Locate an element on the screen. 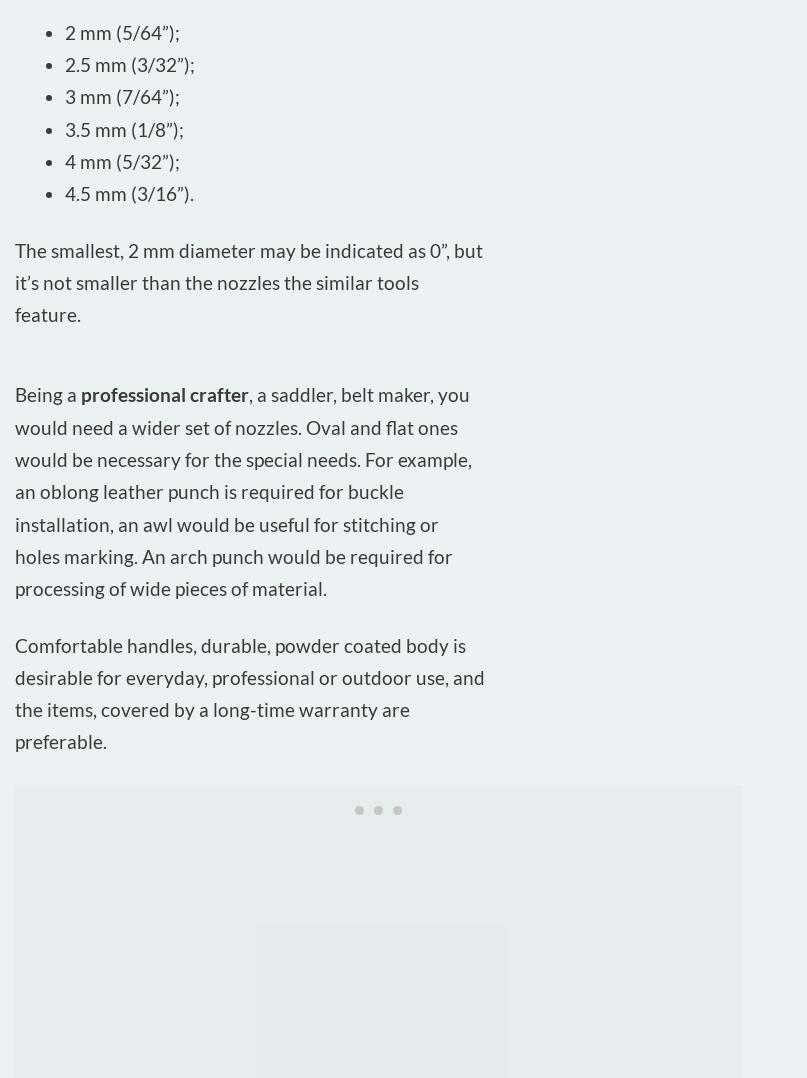  ', a saddler, belt maker, you would need a wider set of nozzles. Oval and flat ones would be necessary for the special needs. For example, an oblong leather punch is required for buckle installation, an awl would be useful for stitching or holes marking. An arch punch would be required for processing of wide pieces of material.' is located at coordinates (242, 490).